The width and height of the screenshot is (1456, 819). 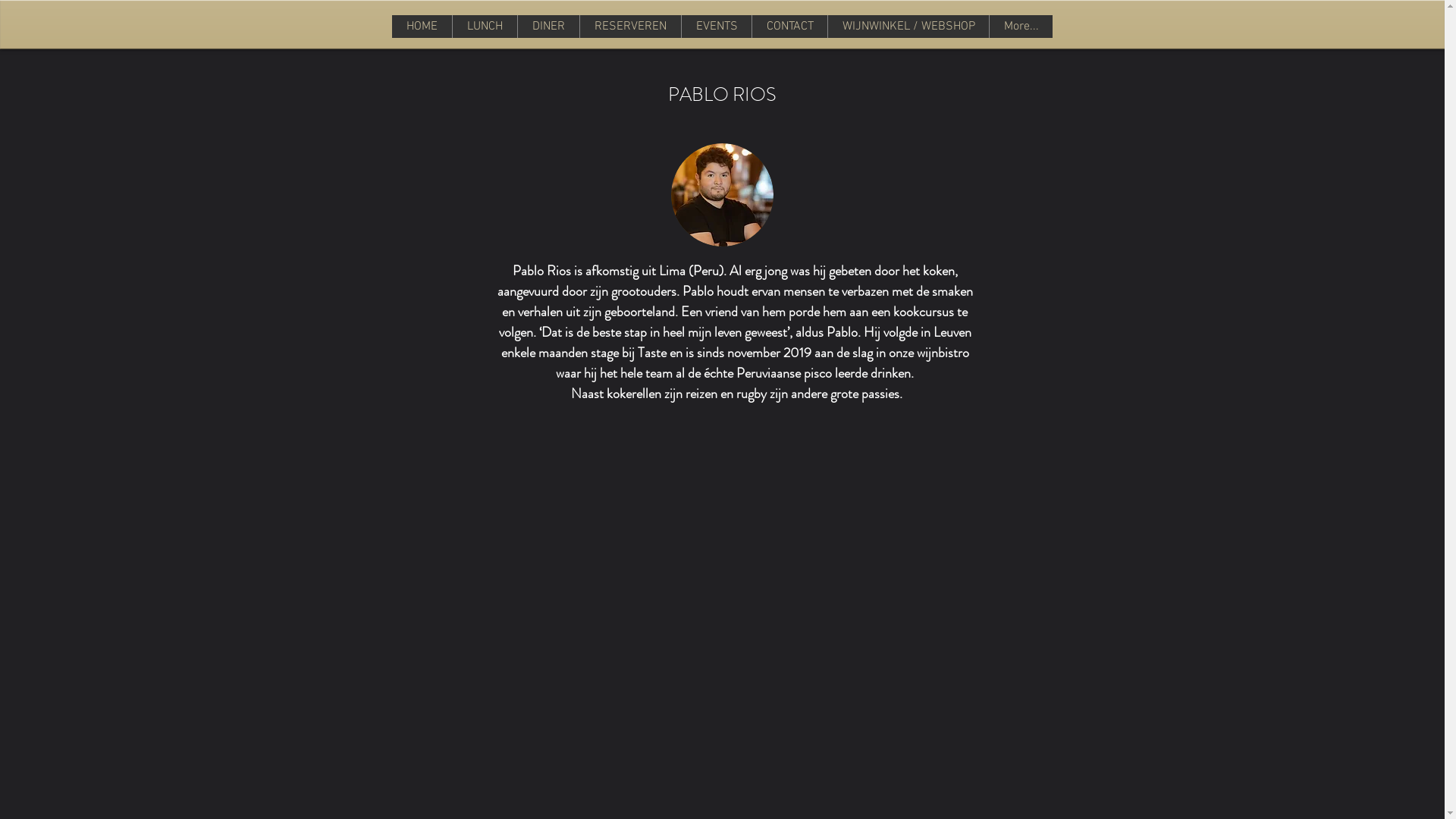 What do you see at coordinates (629, 26) in the screenshot?
I see `'RESERVEREN'` at bounding box center [629, 26].